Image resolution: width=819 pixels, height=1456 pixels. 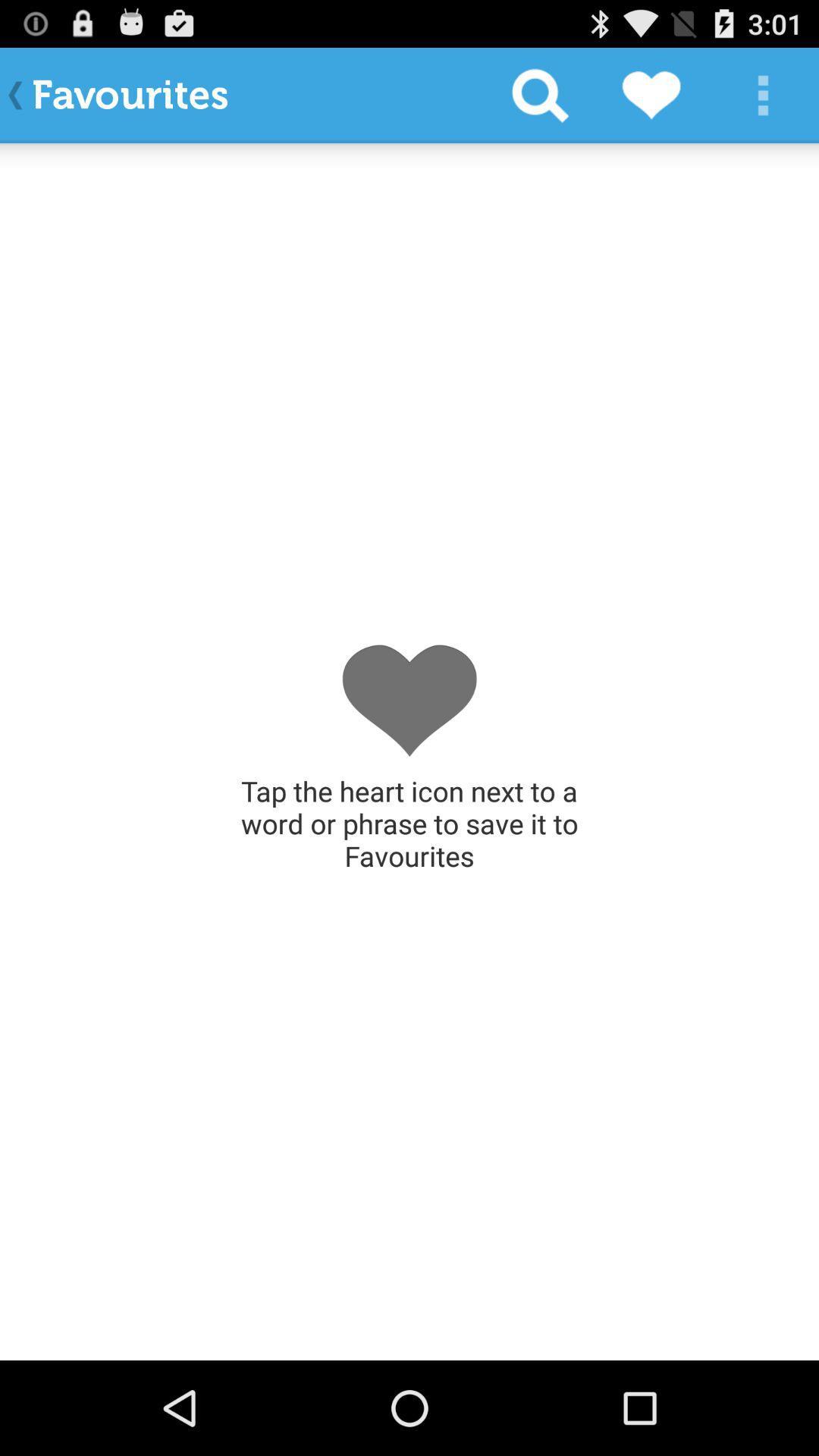 What do you see at coordinates (539, 94) in the screenshot?
I see `the app to the right of favourites app` at bounding box center [539, 94].